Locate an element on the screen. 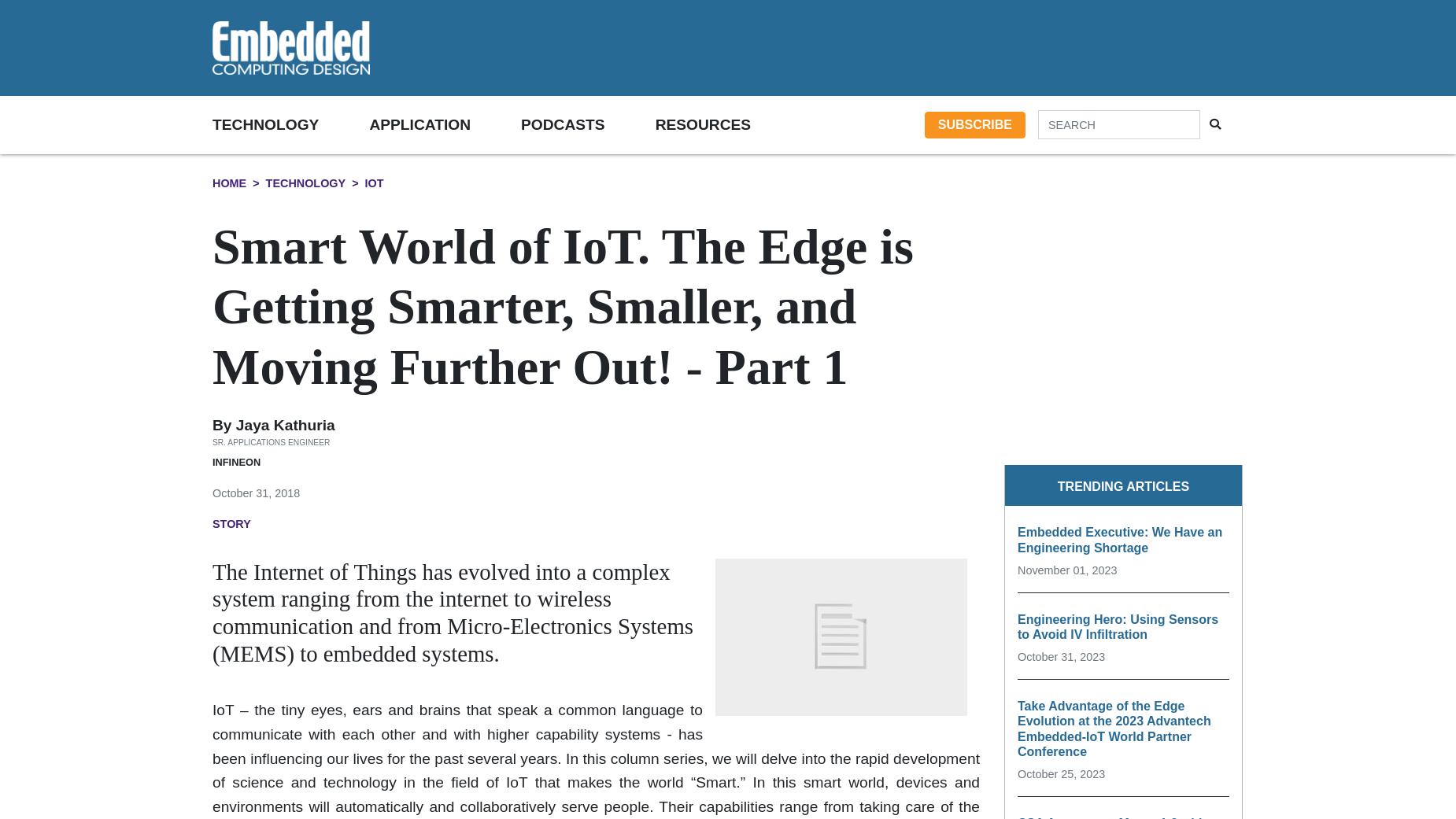 The height and width of the screenshot is (819, 1456). 'Resources' is located at coordinates (654, 124).